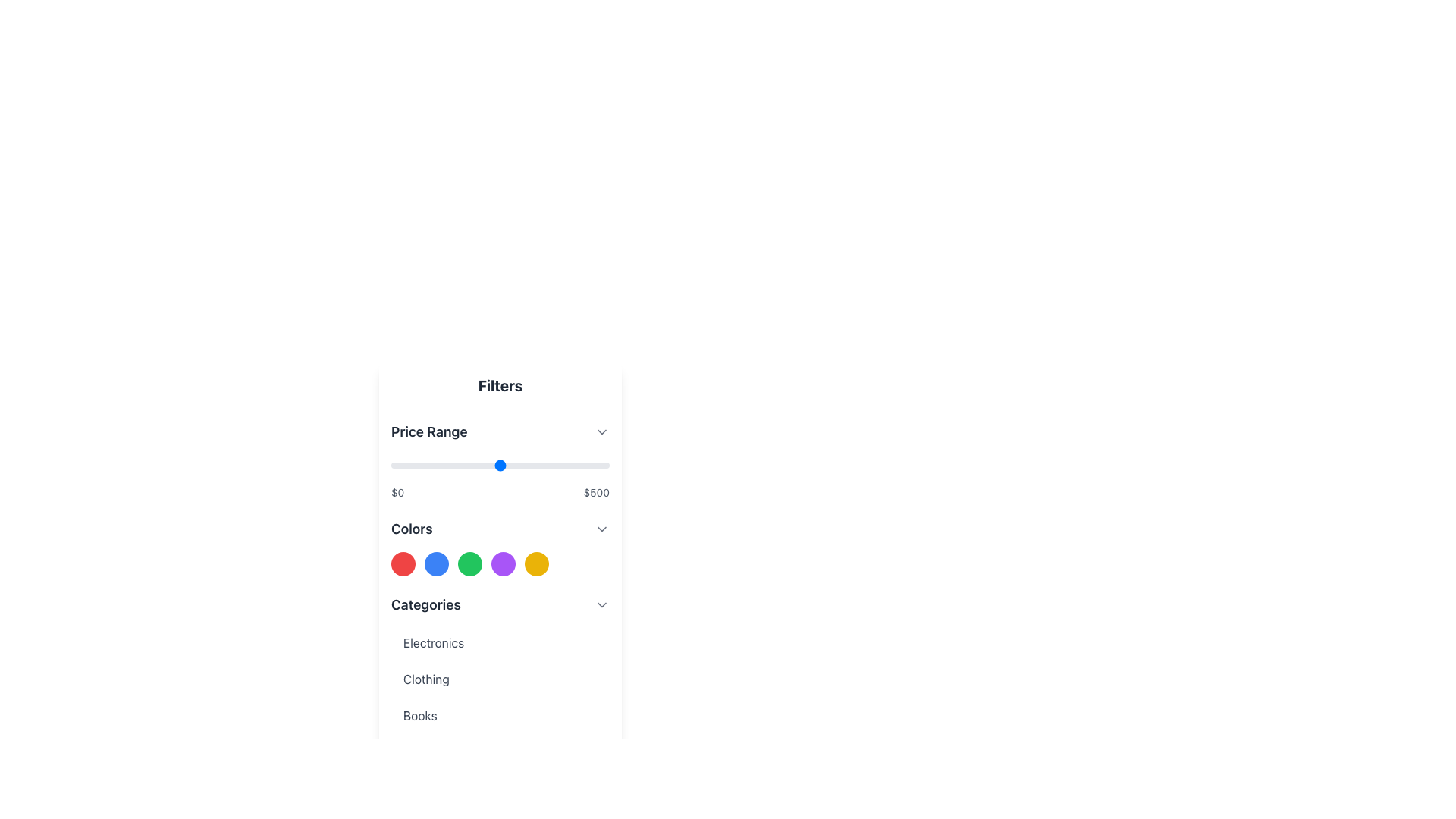 This screenshot has height=819, width=1456. Describe the element at coordinates (469, 564) in the screenshot. I see `the third circle Selectable button for color options located under the 'Colors' label` at that location.